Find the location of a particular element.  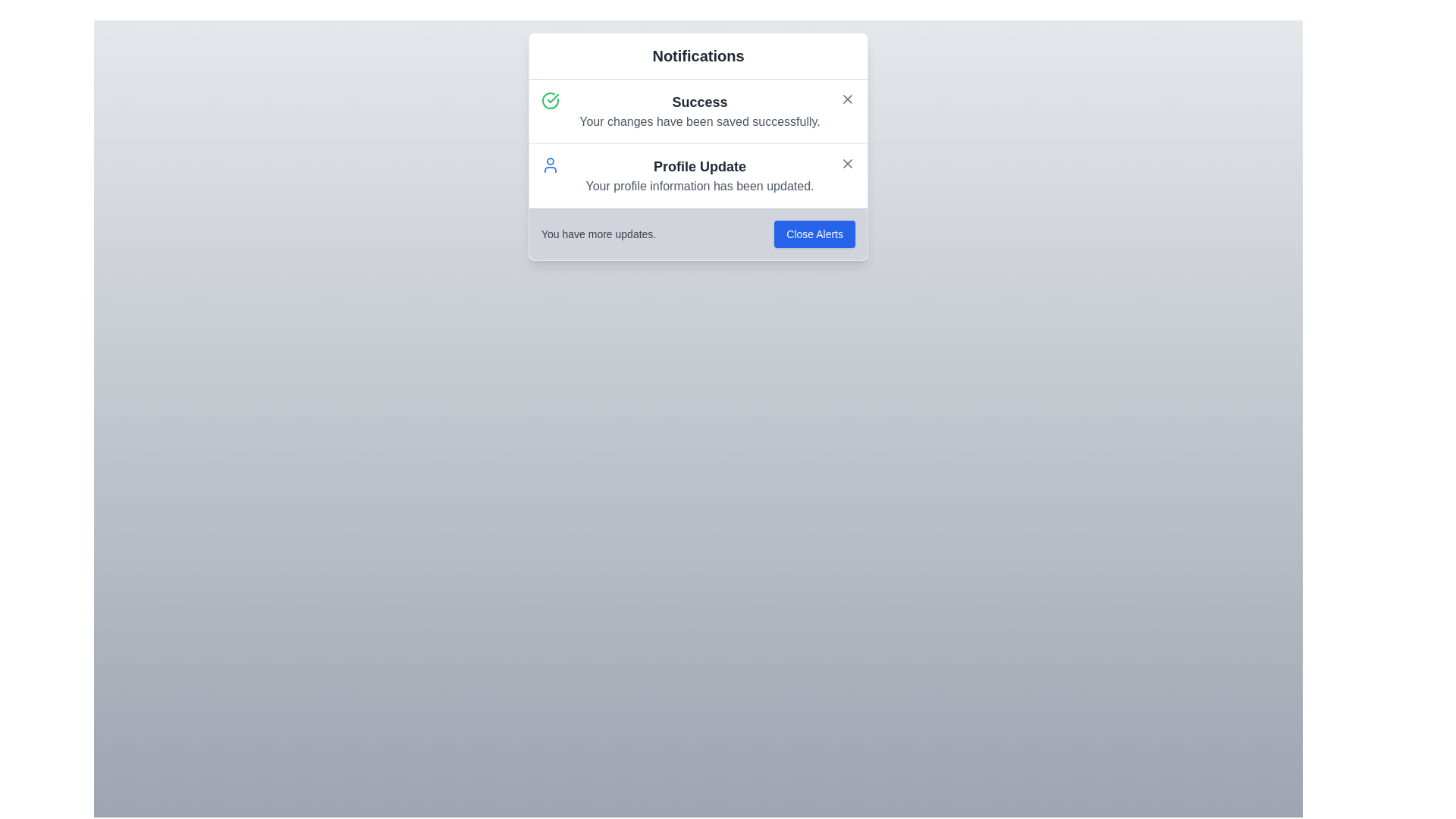

the 'Close Alerts' button is located at coordinates (814, 234).